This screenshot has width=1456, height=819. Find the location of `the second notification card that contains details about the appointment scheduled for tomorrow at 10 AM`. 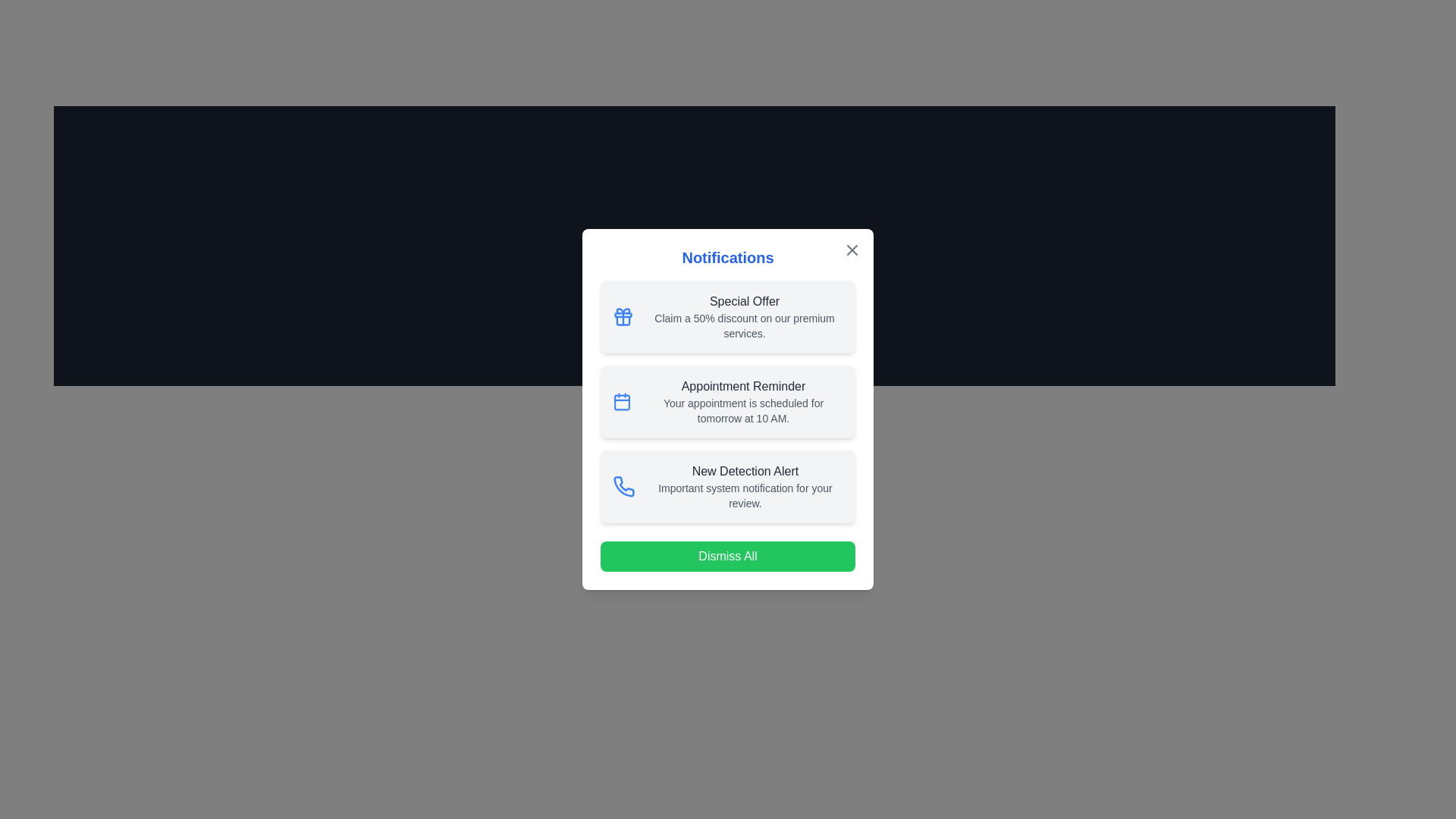

the second notification card that contains details about the appointment scheduled for tomorrow at 10 AM is located at coordinates (728, 400).